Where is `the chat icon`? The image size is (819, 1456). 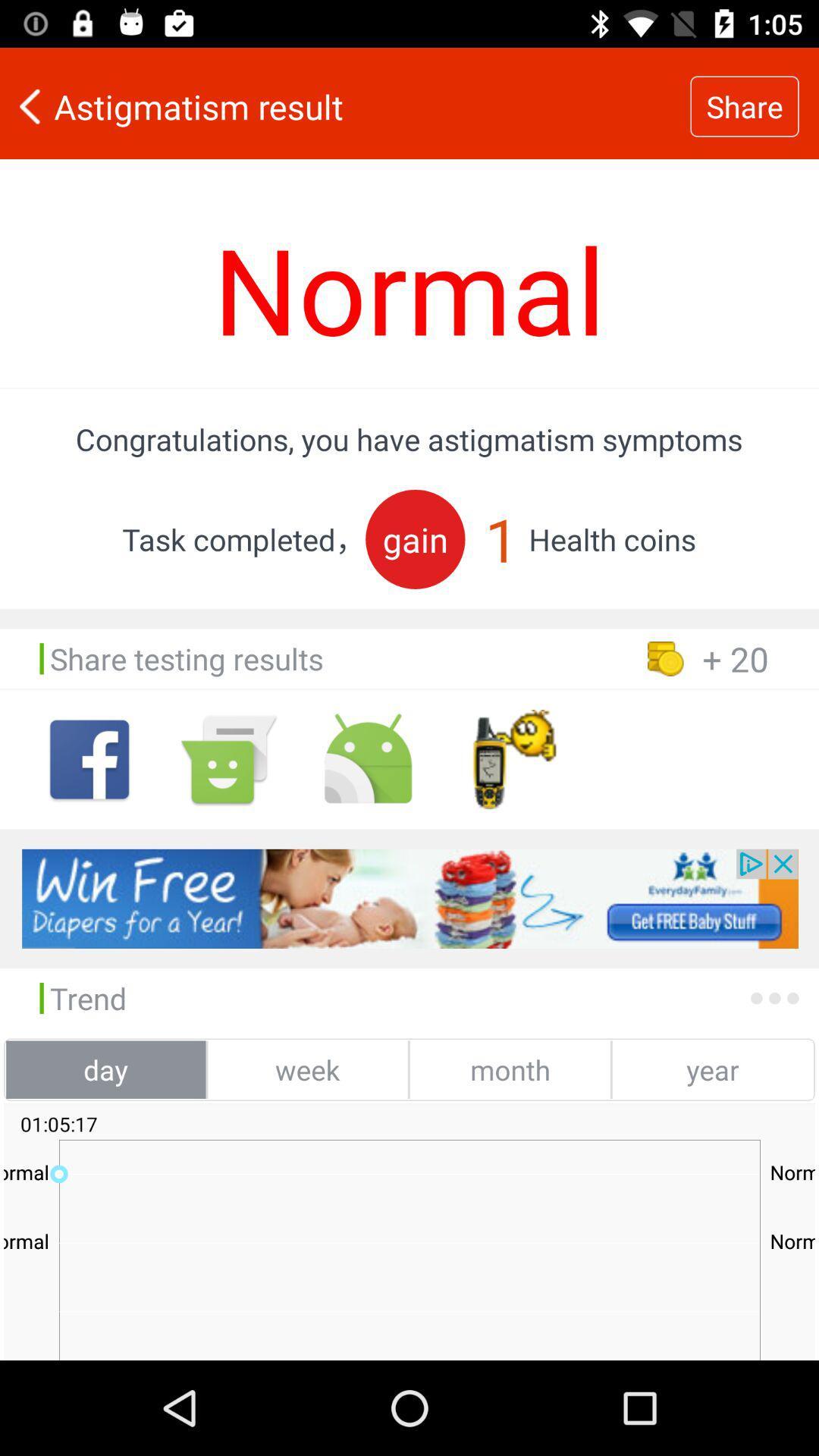
the chat icon is located at coordinates (228, 759).